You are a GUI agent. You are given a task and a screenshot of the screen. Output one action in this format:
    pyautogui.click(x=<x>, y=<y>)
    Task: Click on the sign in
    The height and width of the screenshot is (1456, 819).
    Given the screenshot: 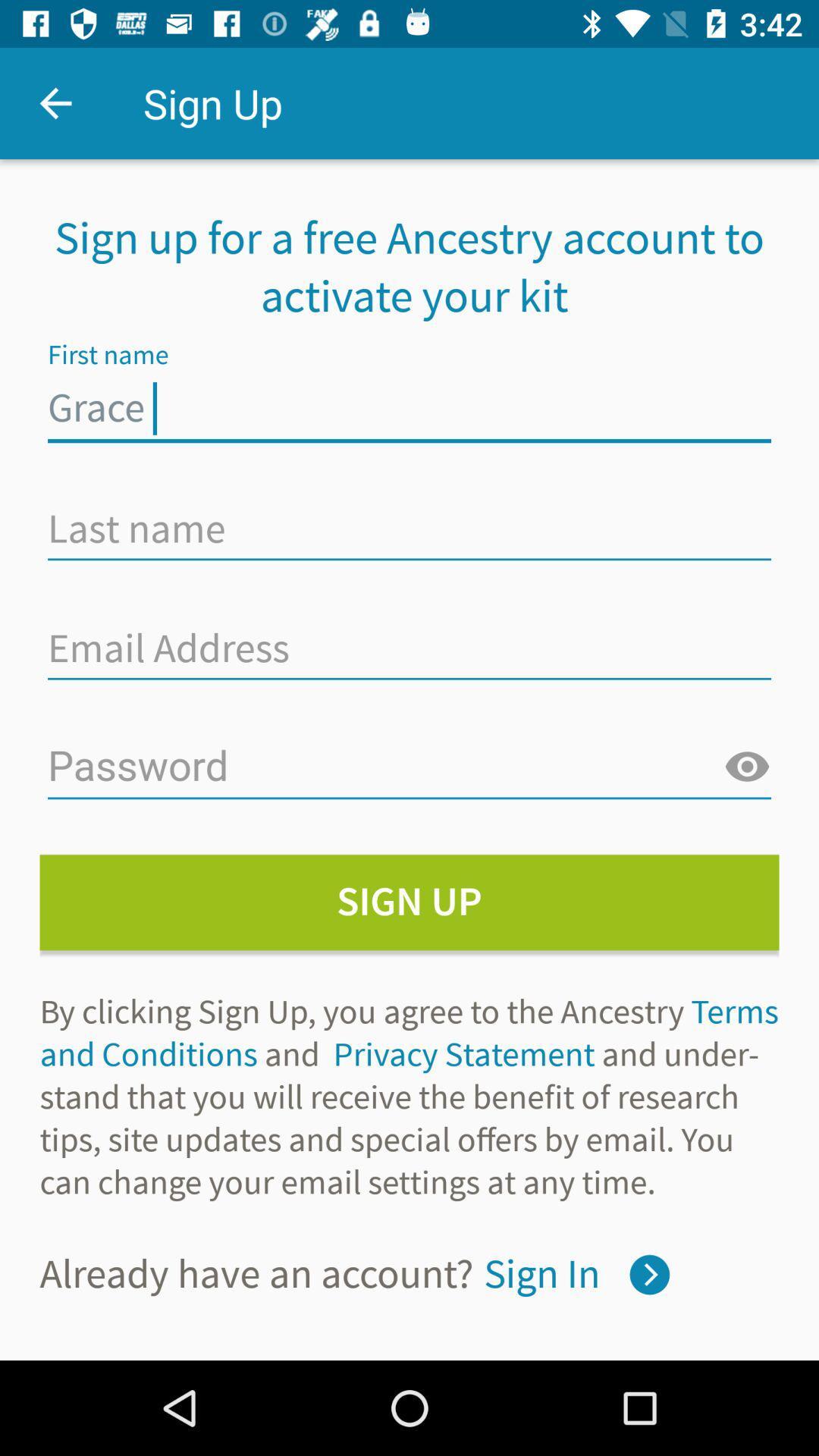 What is the action you would take?
    pyautogui.click(x=648, y=1274)
    